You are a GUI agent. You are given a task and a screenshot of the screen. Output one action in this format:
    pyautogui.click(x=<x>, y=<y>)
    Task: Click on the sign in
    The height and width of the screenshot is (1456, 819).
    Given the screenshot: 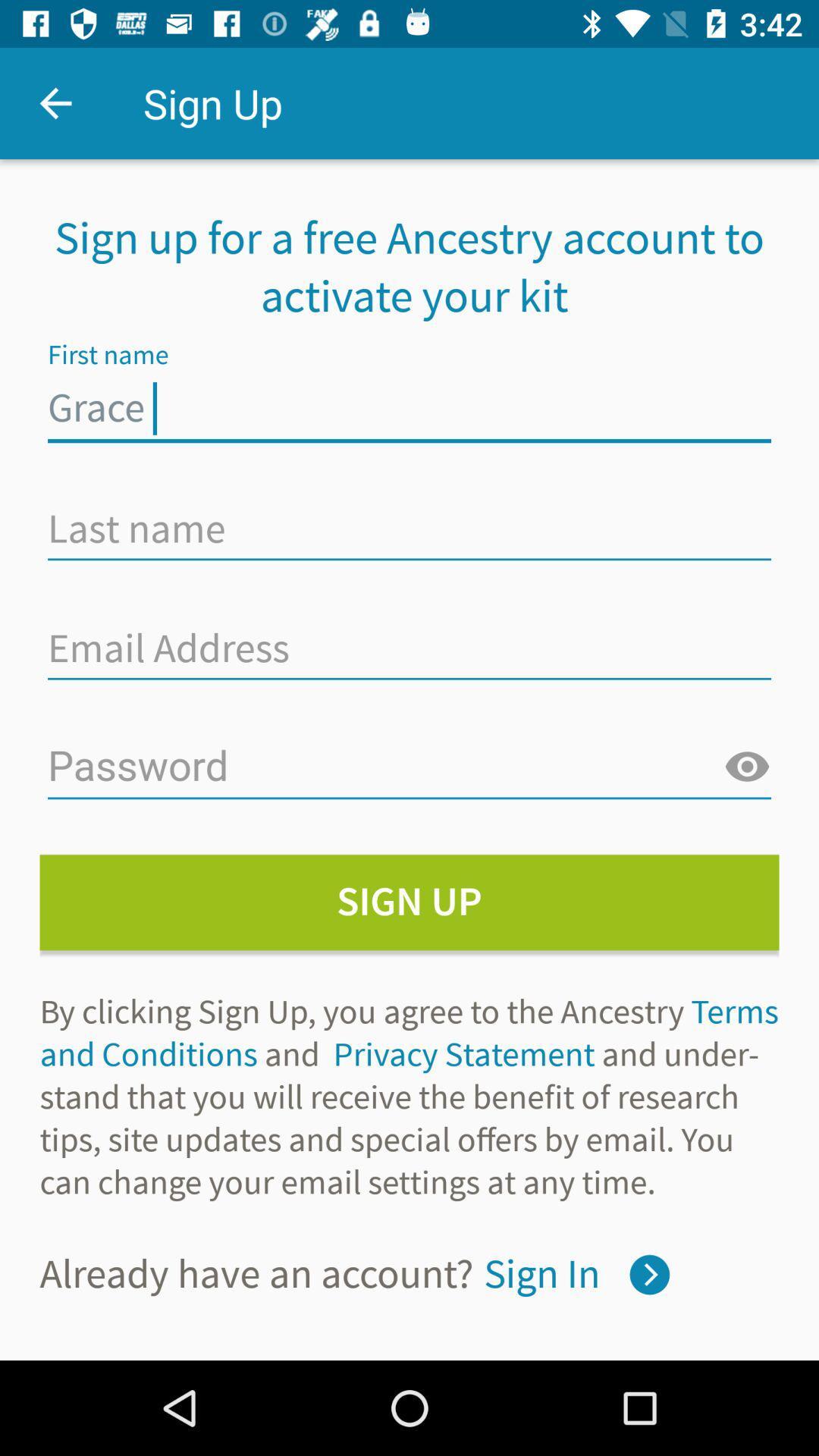 What is the action you would take?
    pyautogui.click(x=648, y=1274)
    